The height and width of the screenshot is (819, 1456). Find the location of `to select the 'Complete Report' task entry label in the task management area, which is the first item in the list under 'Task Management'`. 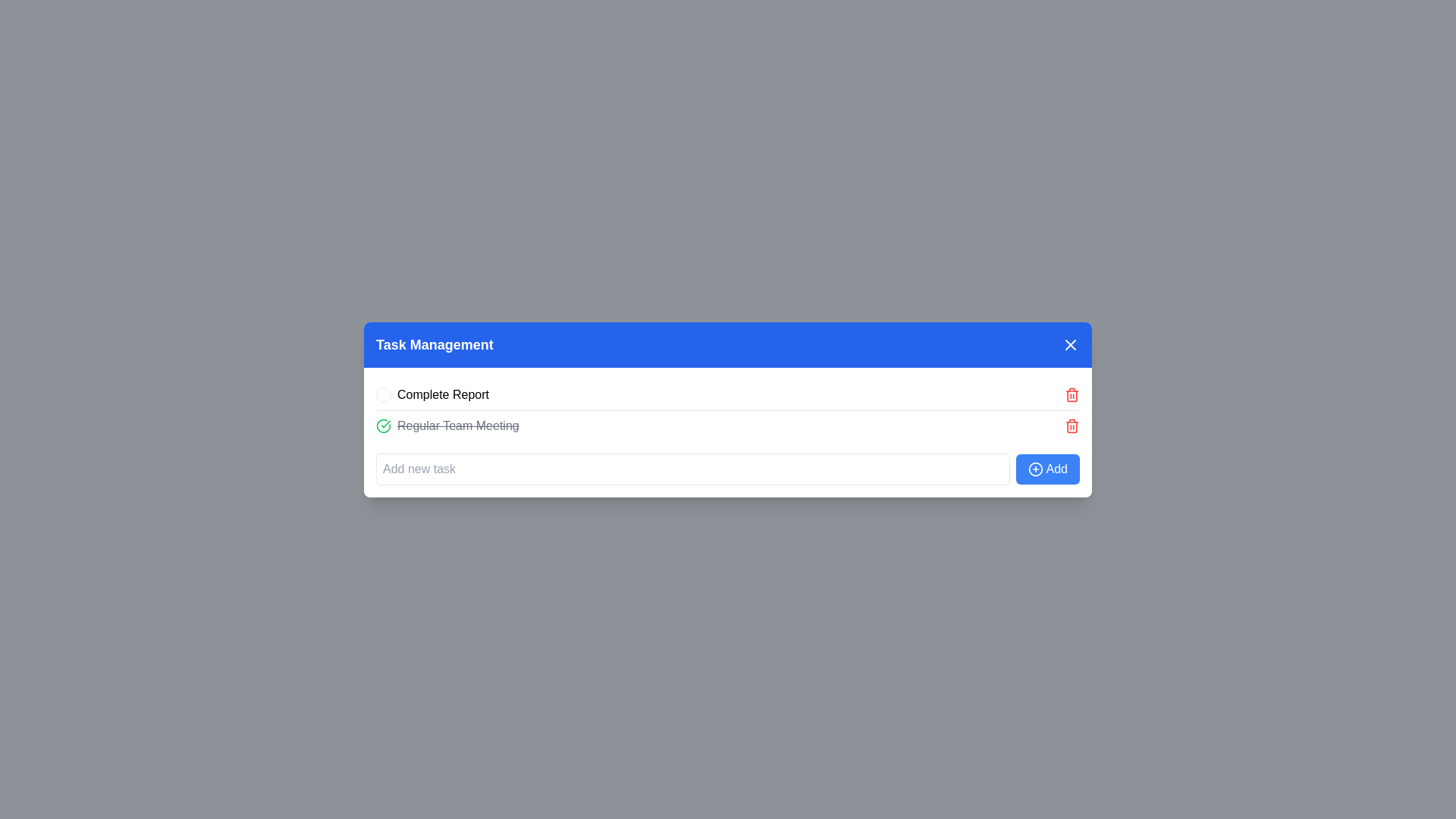

to select the 'Complete Report' task entry label in the task management area, which is the first item in the list under 'Task Management' is located at coordinates (431, 394).